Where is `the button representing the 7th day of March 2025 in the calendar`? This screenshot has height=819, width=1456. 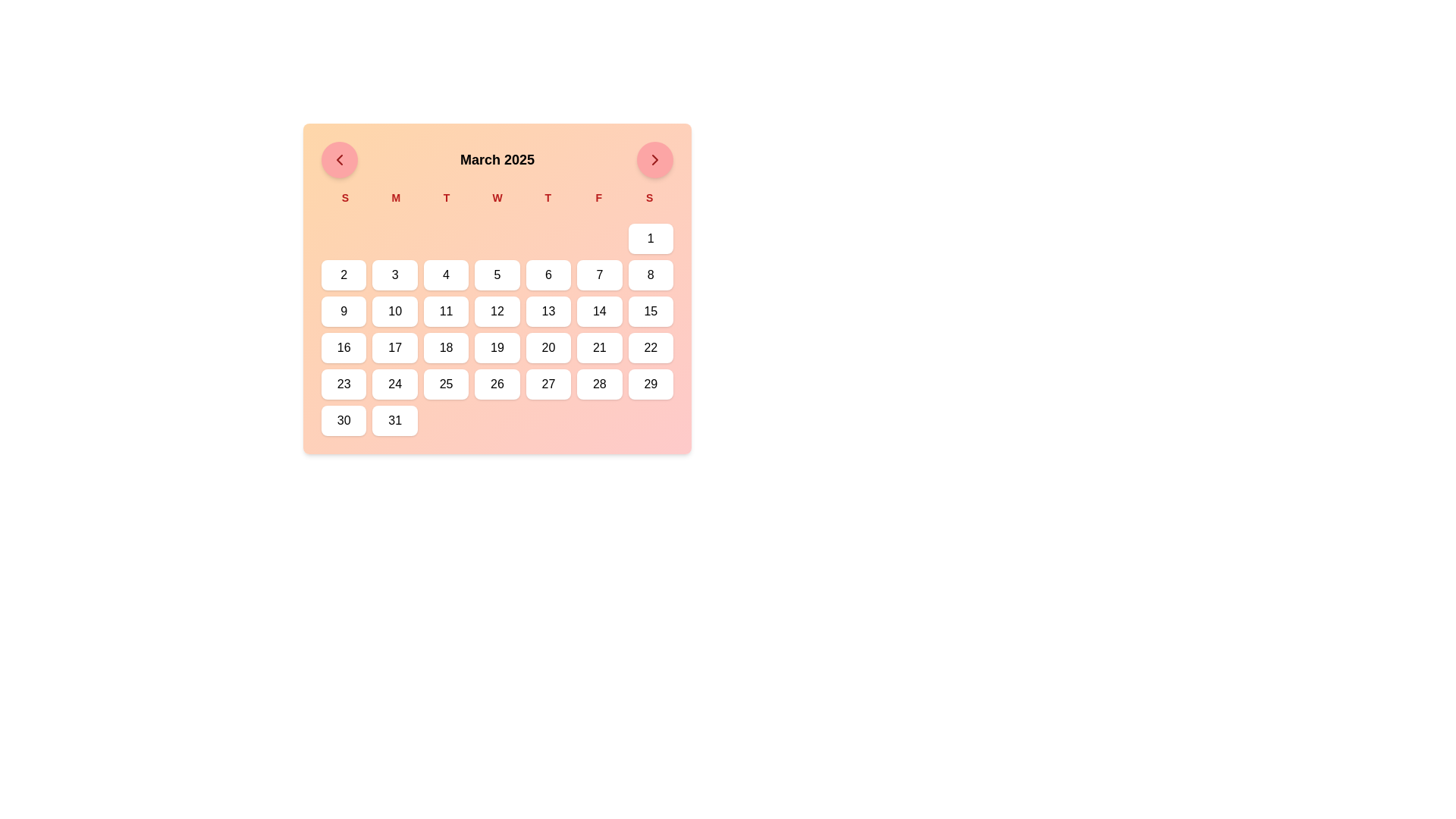
the button representing the 7th day of March 2025 in the calendar is located at coordinates (598, 275).